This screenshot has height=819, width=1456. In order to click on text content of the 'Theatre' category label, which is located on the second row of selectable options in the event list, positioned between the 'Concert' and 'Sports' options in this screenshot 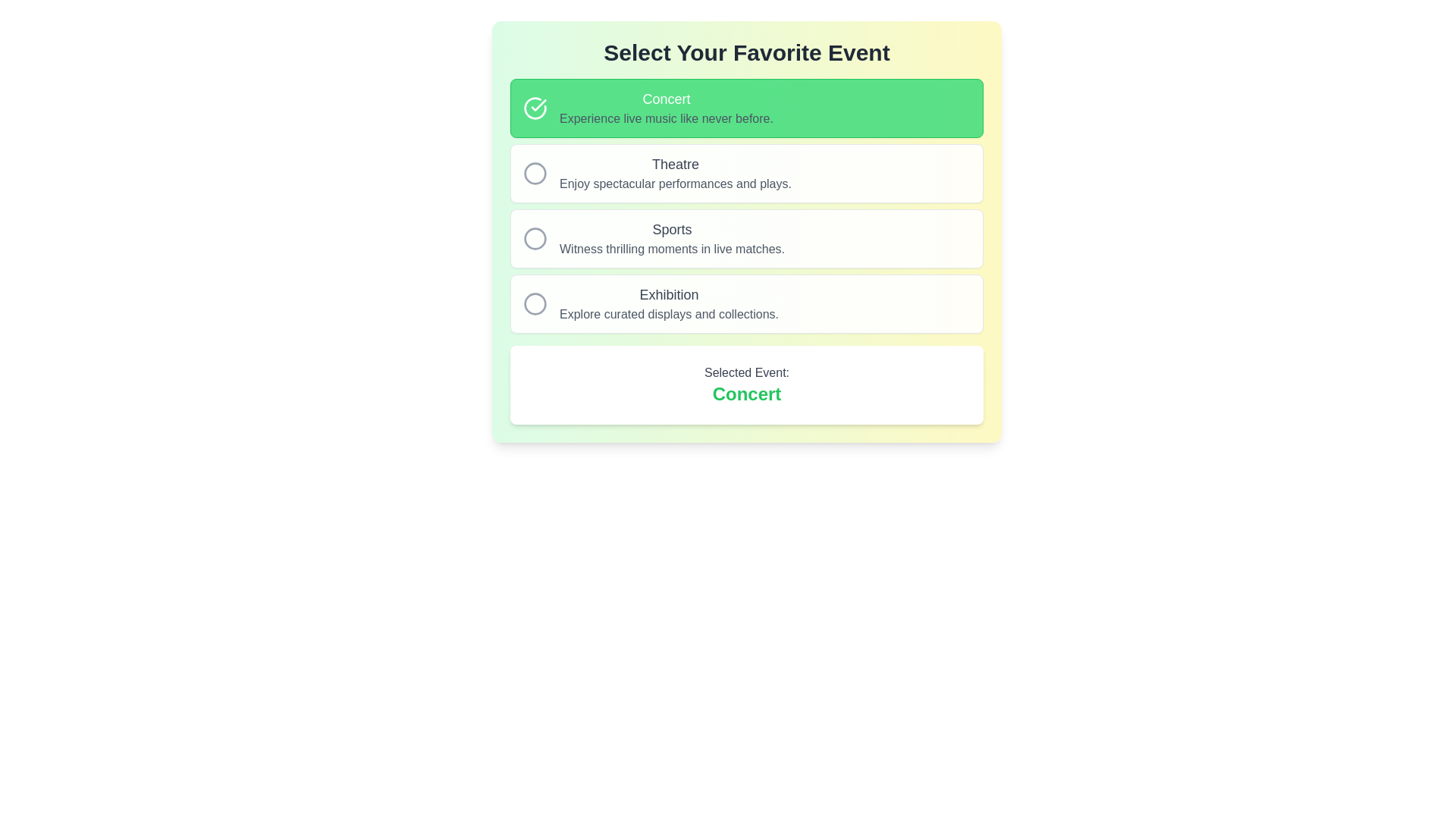, I will do `click(674, 164)`.